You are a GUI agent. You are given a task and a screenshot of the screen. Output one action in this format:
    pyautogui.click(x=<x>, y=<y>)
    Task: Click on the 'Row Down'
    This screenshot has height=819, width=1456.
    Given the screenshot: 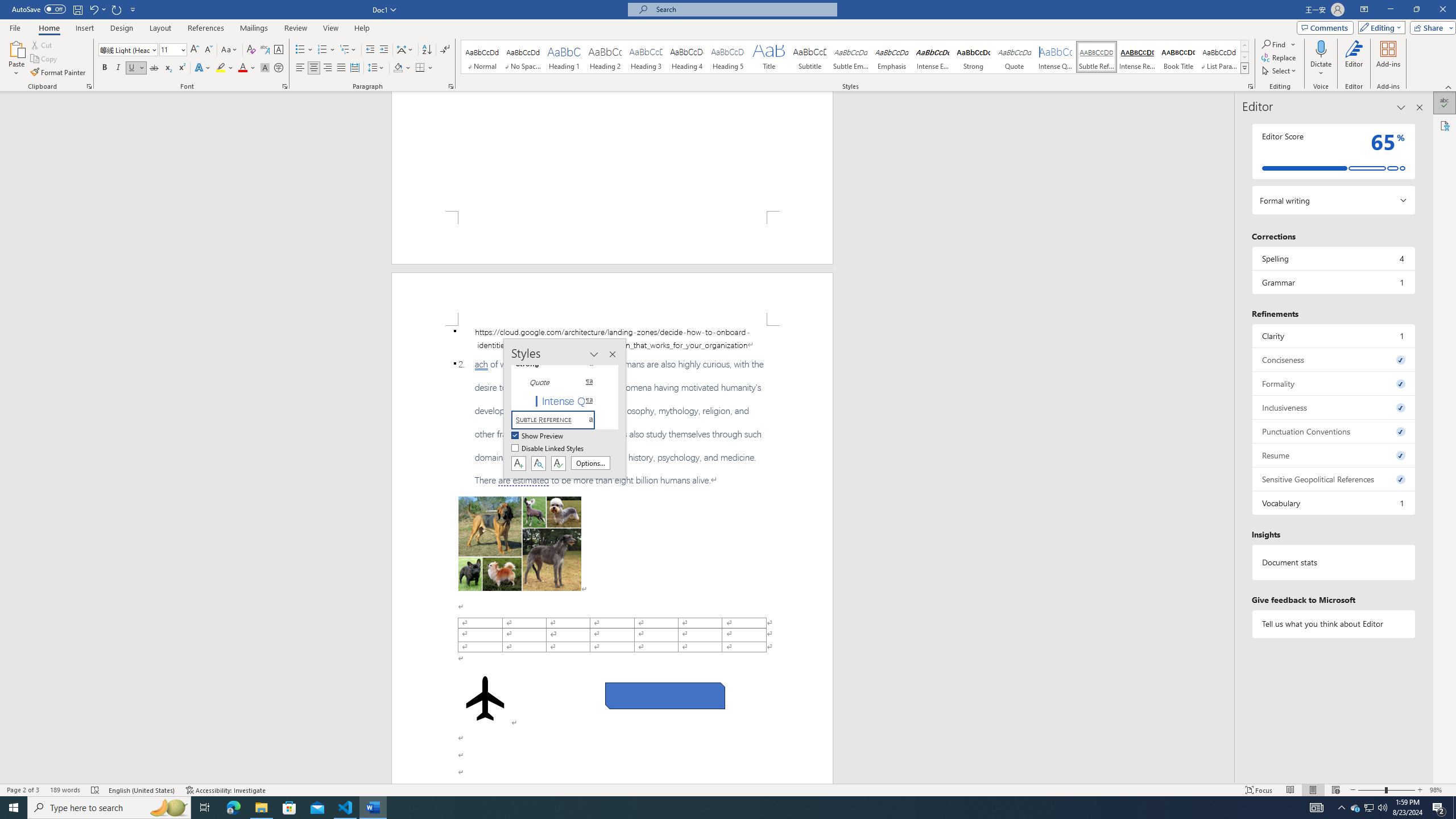 What is the action you would take?
    pyautogui.click(x=1244, y=56)
    